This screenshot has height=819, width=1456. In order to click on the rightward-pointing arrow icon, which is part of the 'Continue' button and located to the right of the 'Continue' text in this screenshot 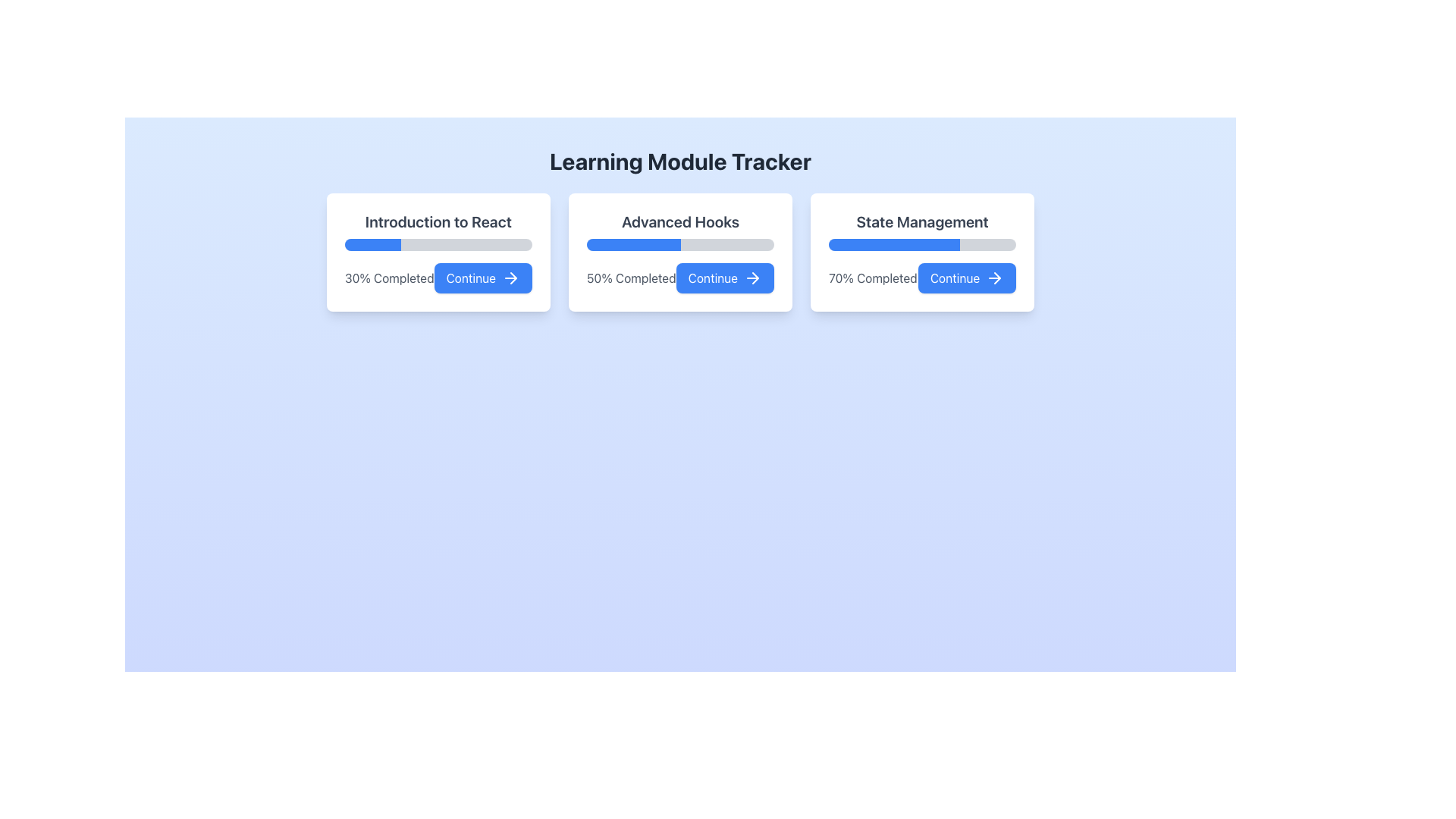, I will do `click(510, 278)`.